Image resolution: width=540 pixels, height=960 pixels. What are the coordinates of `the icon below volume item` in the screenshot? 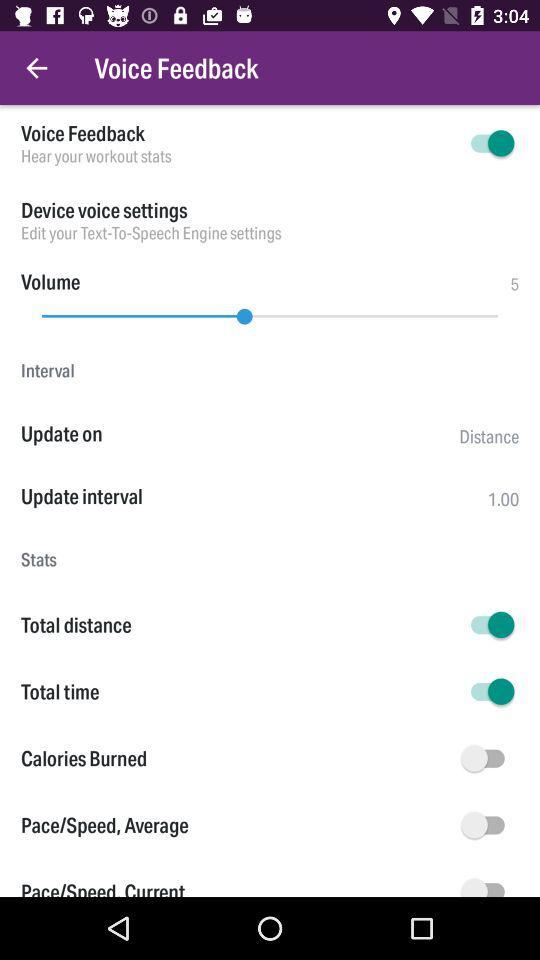 It's located at (270, 311).